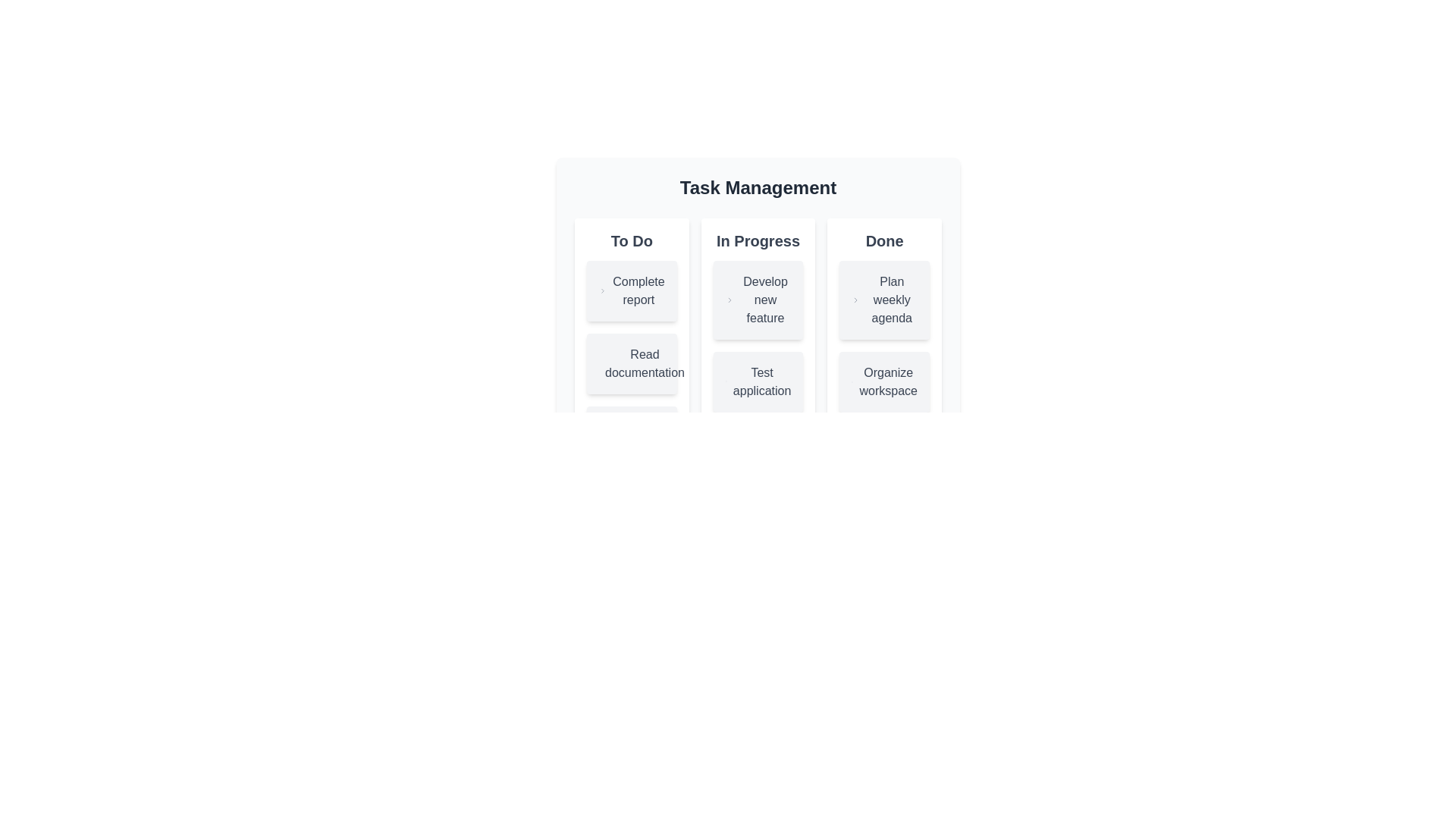 The image size is (1456, 819). What do you see at coordinates (632, 363) in the screenshot?
I see `the second button in the 'To Do' list of the 'Task Management' interface` at bounding box center [632, 363].